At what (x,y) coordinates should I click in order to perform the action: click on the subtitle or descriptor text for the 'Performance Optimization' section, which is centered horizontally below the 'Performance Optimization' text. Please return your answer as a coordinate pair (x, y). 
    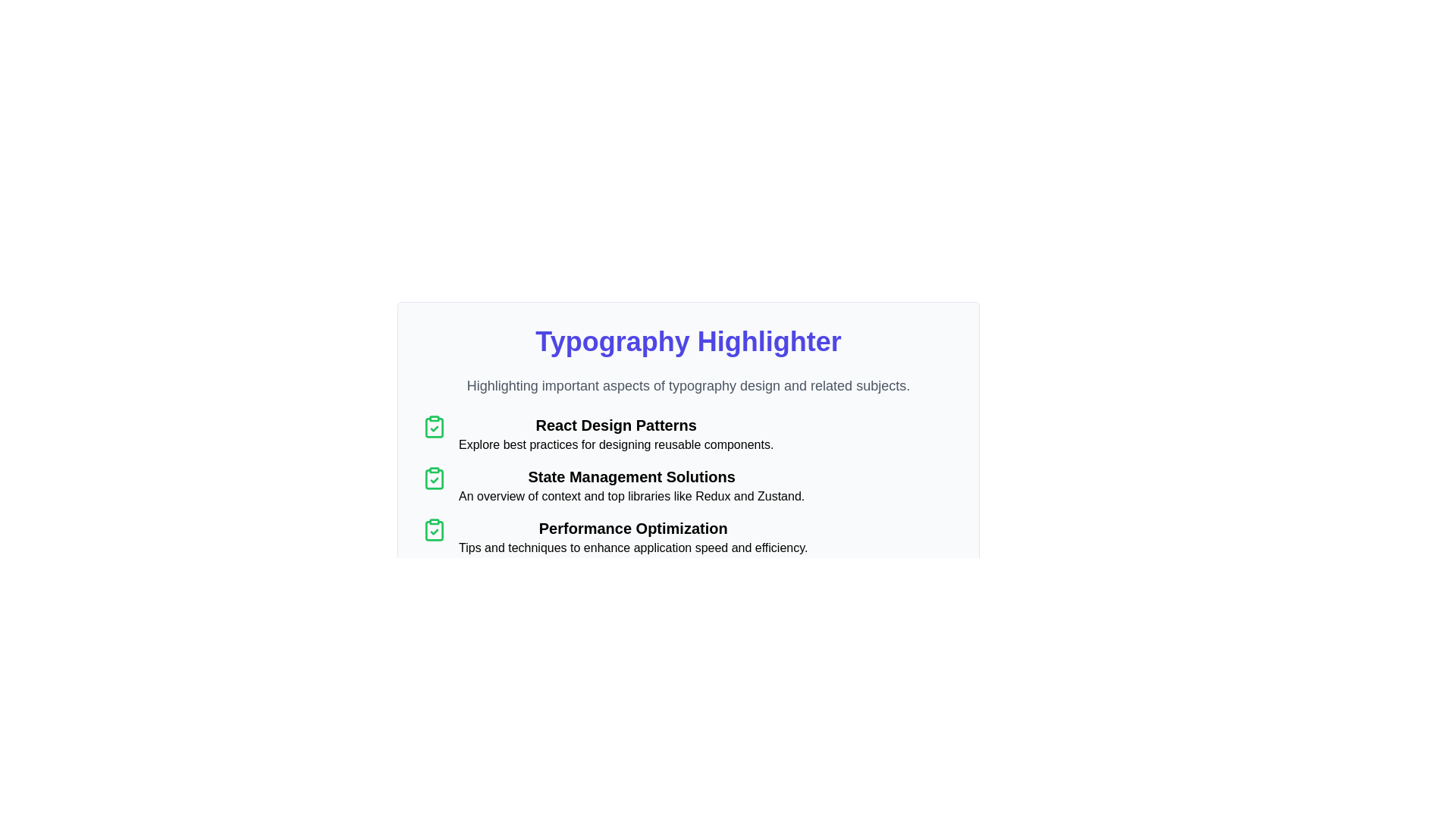
    Looking at the image, I should click on (633, 548).